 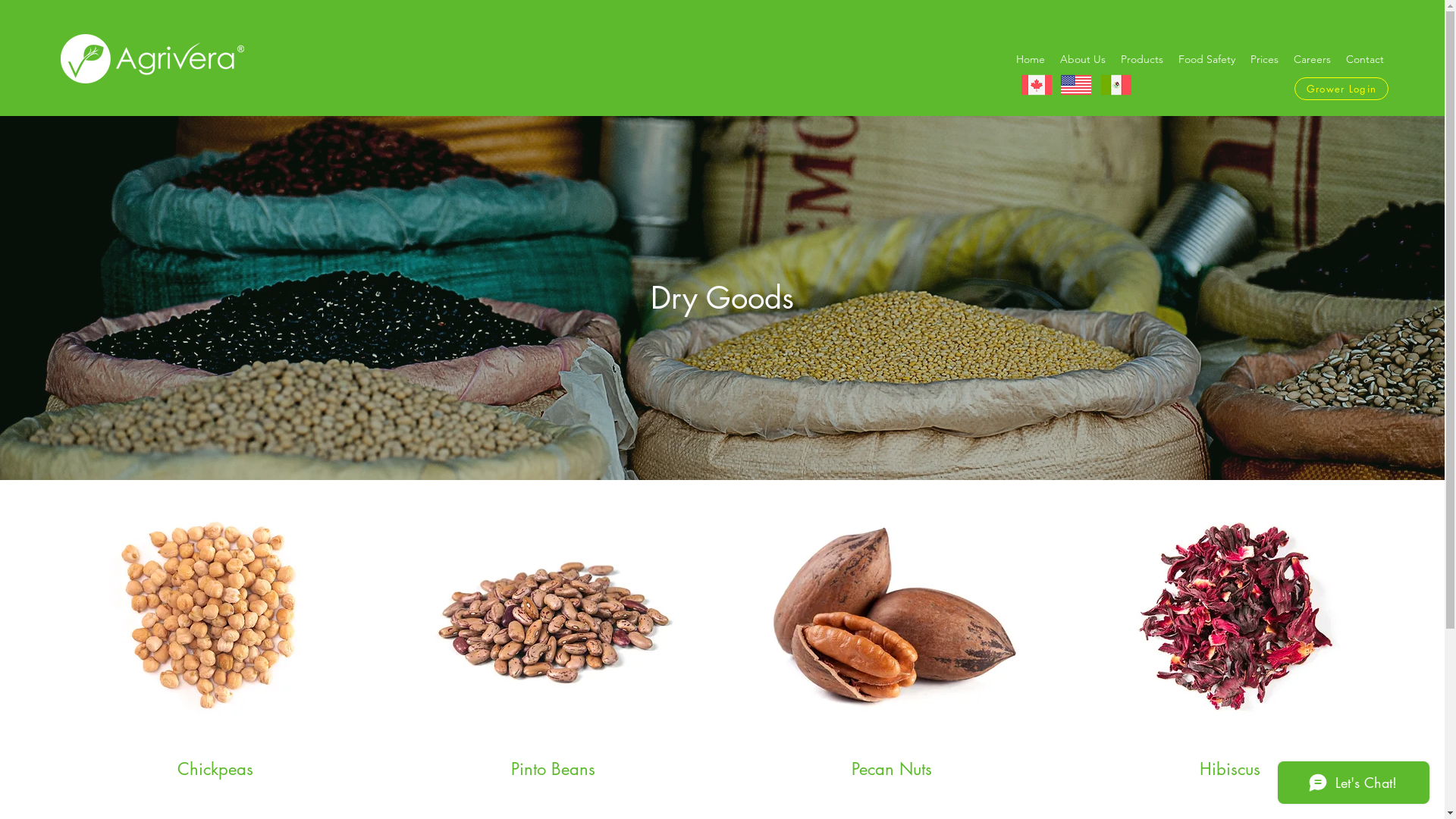 I want to click on 'Prices', so click(x=1264, y=58).